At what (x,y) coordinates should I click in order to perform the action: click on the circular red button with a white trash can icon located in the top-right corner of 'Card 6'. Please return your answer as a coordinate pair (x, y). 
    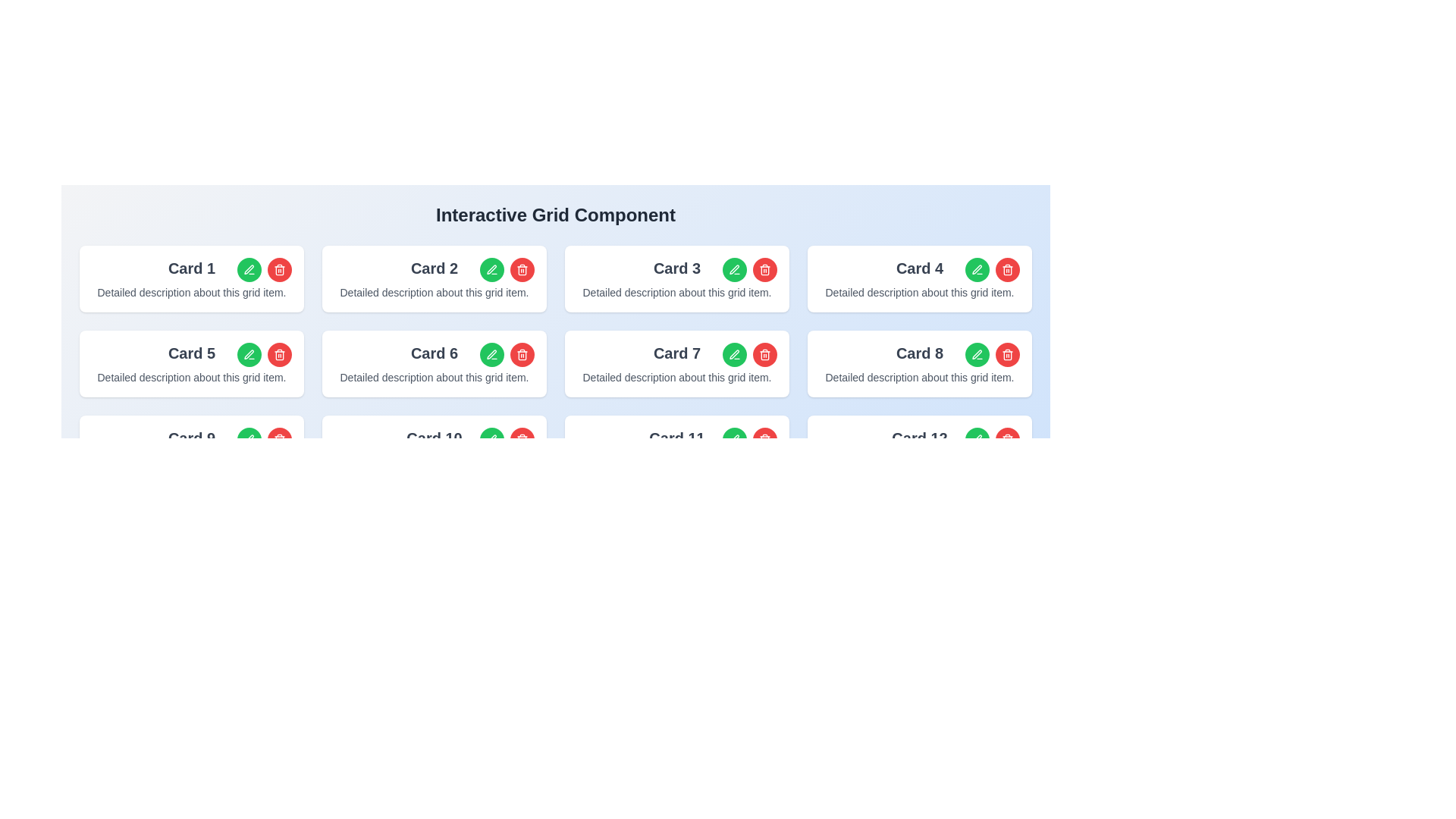
    Looking at the image, I should click on (522, 354).